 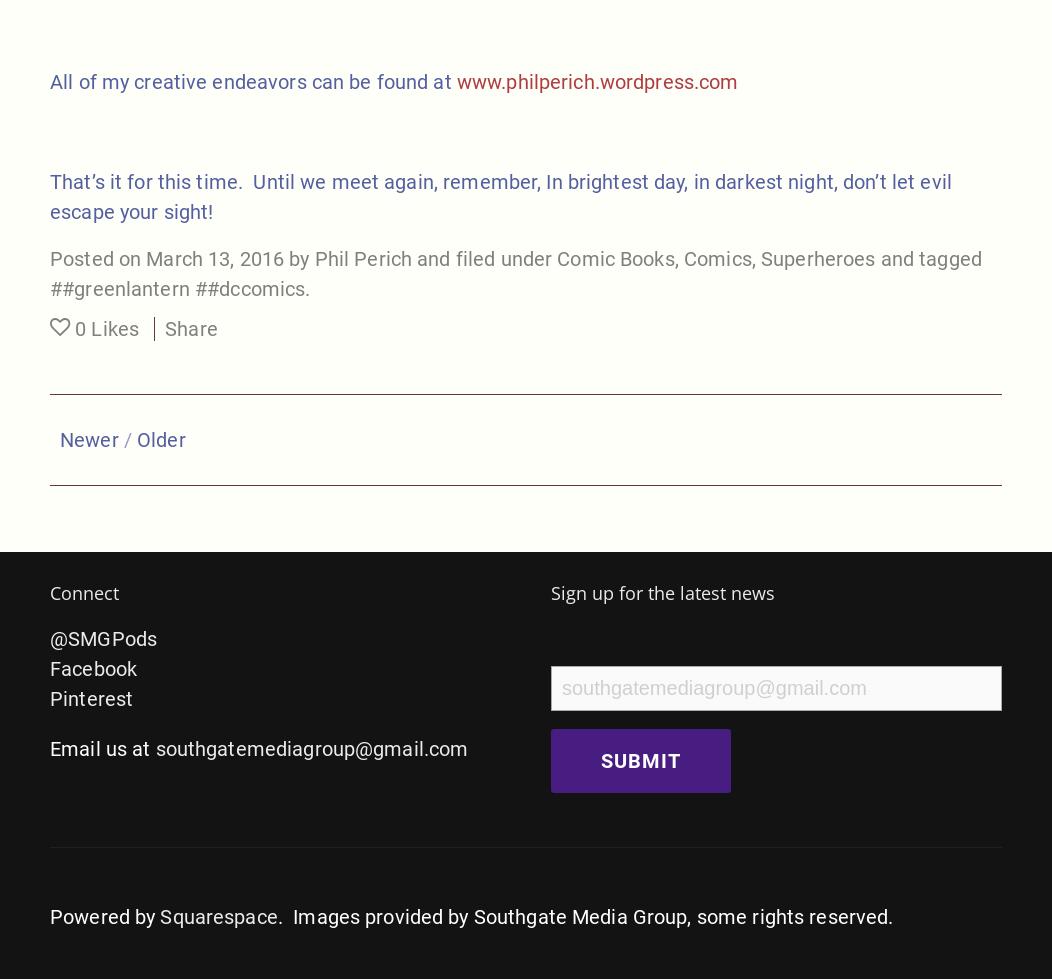 I want to click on 'Comic Books', so click(x=615, y=257).